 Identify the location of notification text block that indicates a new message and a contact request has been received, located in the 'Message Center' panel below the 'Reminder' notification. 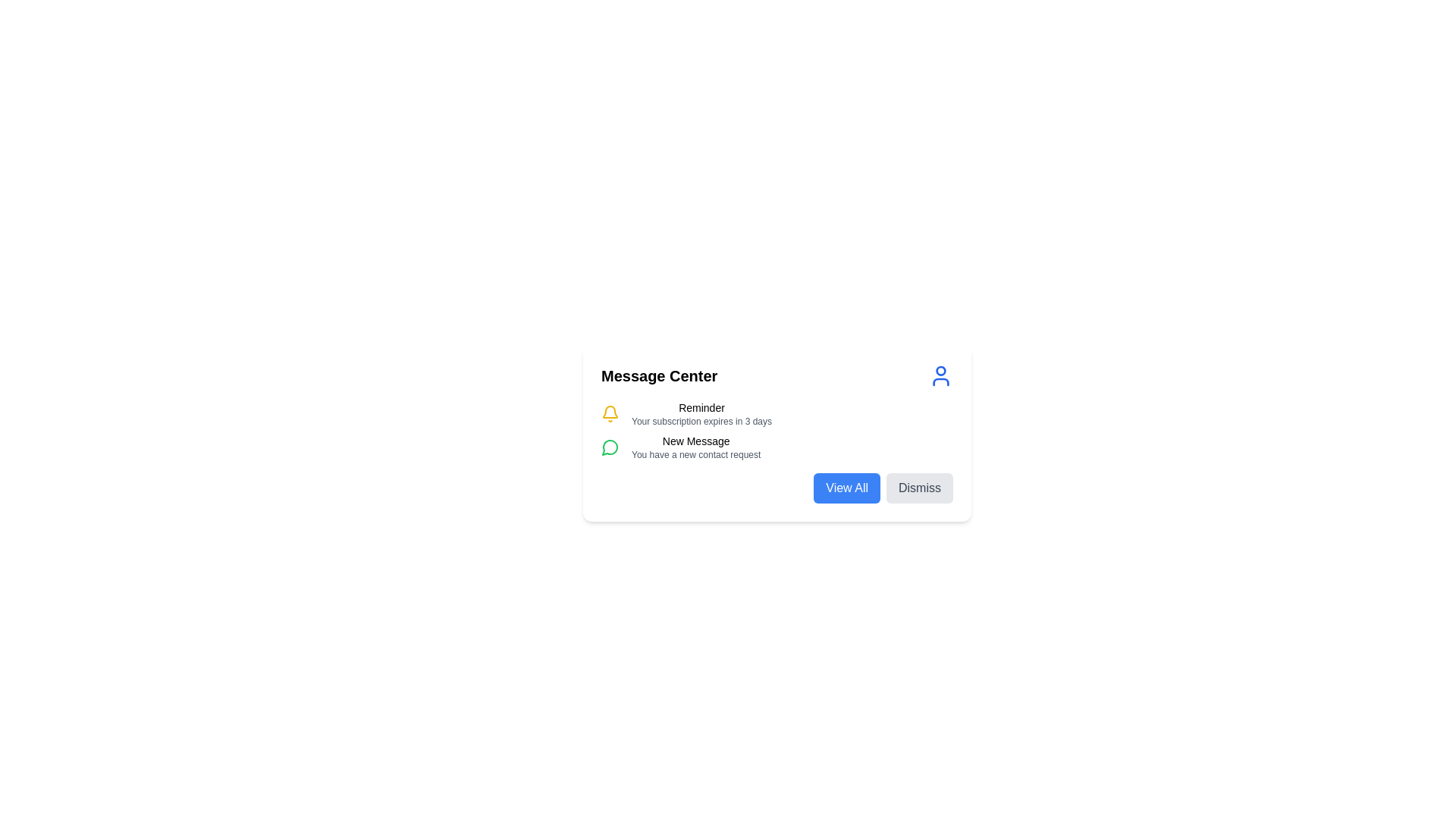
(695, 447).